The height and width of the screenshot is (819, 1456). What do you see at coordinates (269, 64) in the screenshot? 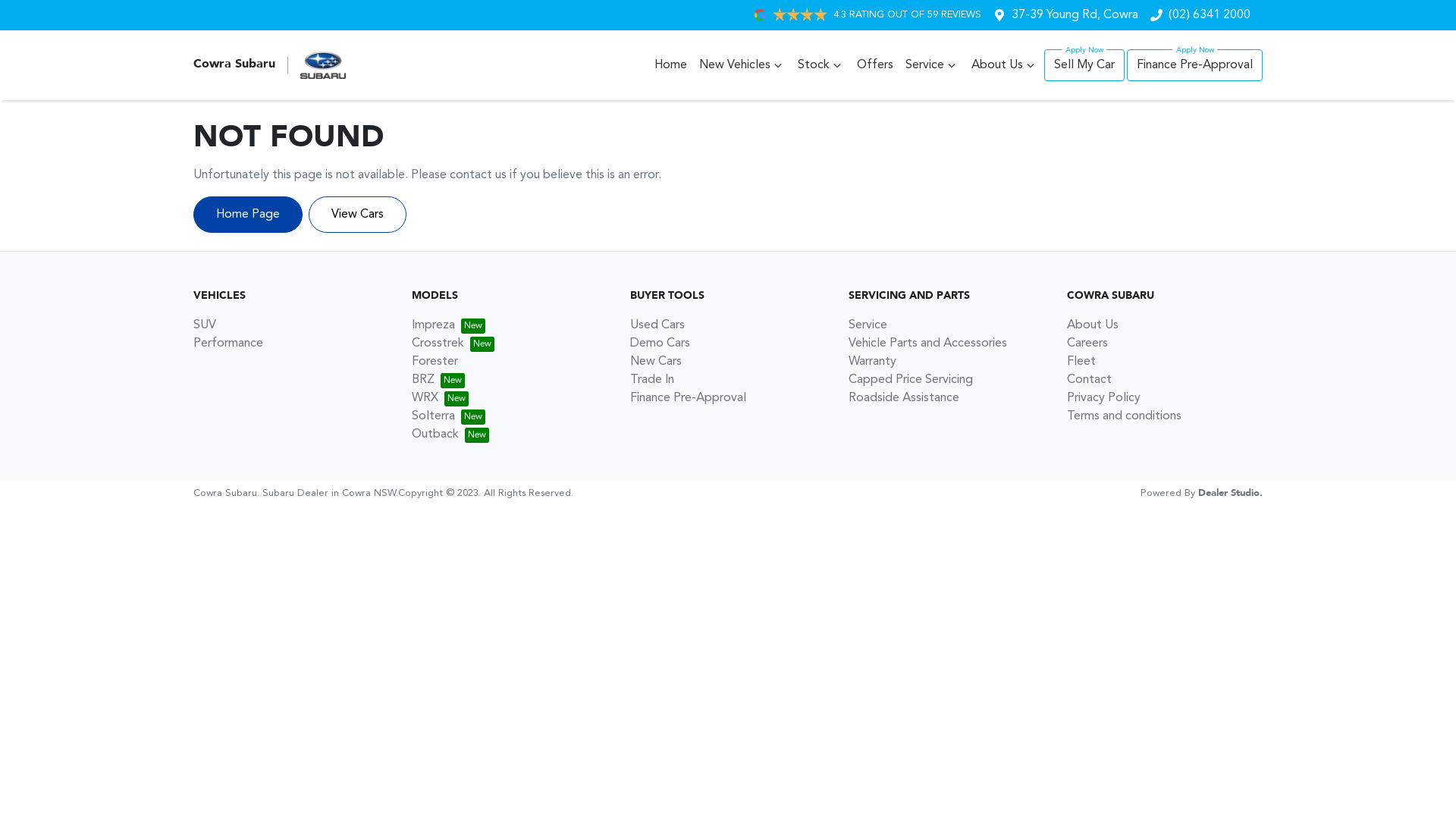
I see `'Cowra Subaru'` at bounding box center [269, 64].